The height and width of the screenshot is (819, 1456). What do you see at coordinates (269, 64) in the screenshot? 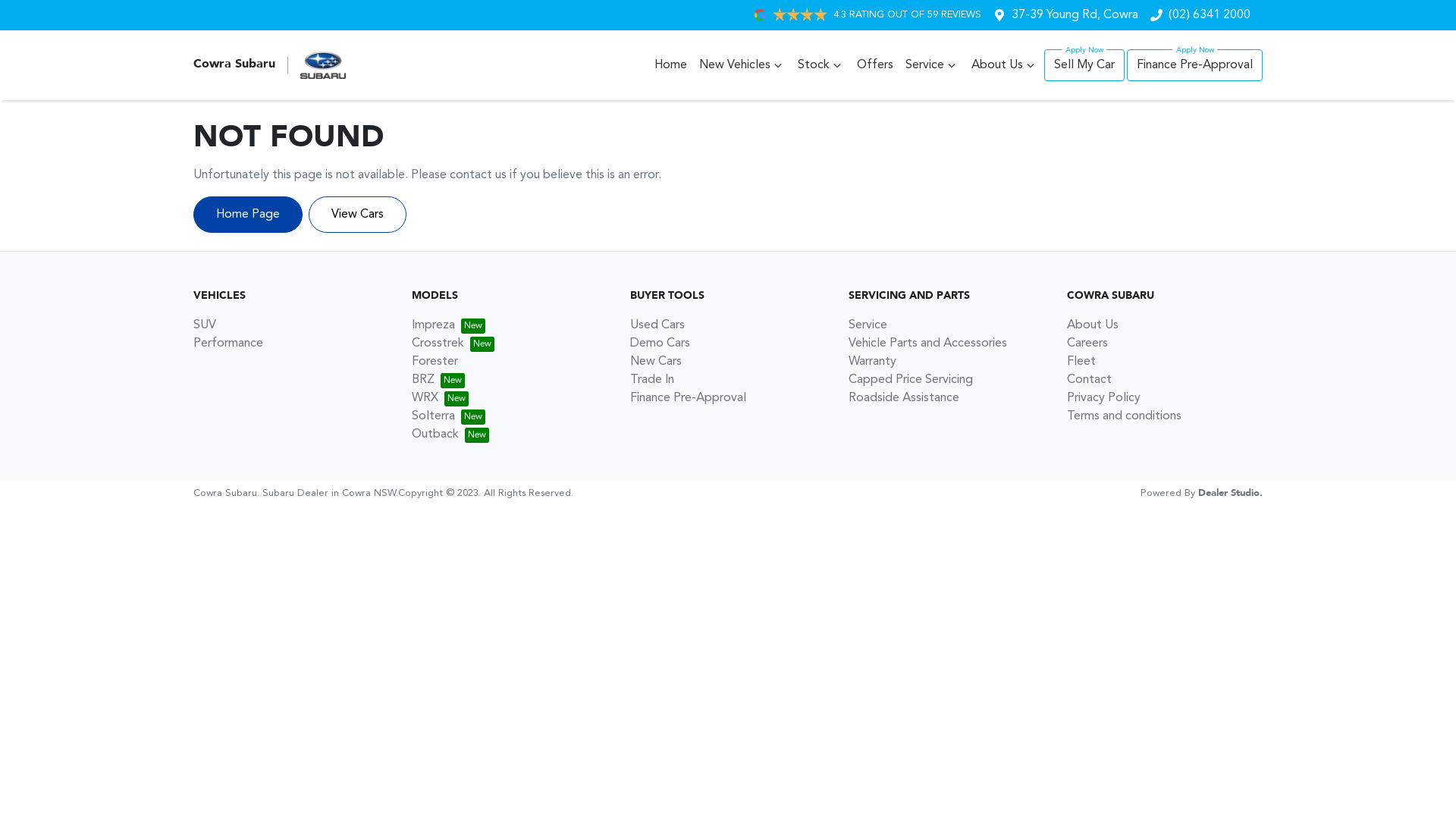
I see `'Cowra Subaru'` at bounding box center [269, 64].